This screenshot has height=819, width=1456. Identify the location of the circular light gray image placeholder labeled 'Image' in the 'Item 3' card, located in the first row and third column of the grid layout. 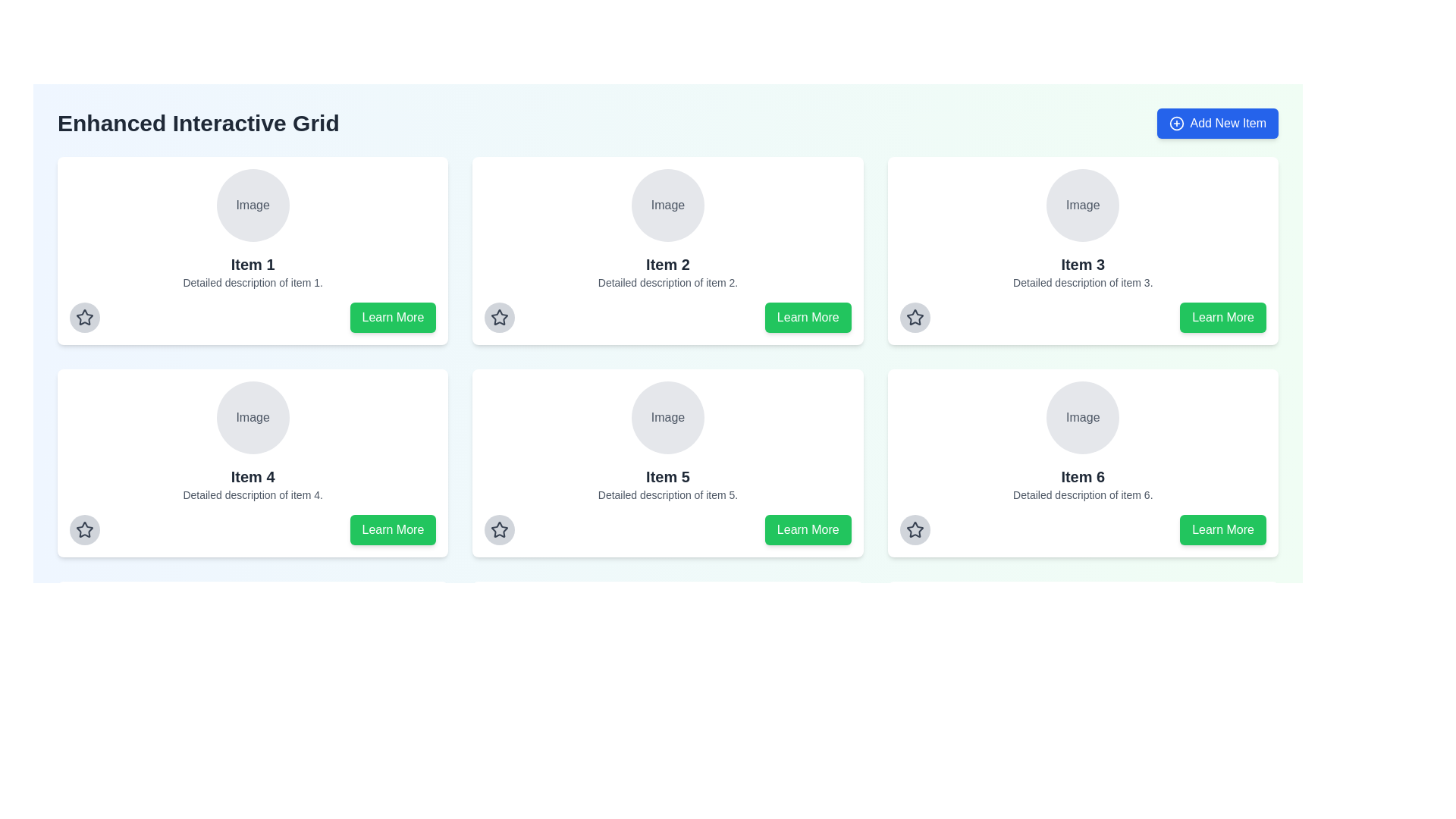
(1082, 205).